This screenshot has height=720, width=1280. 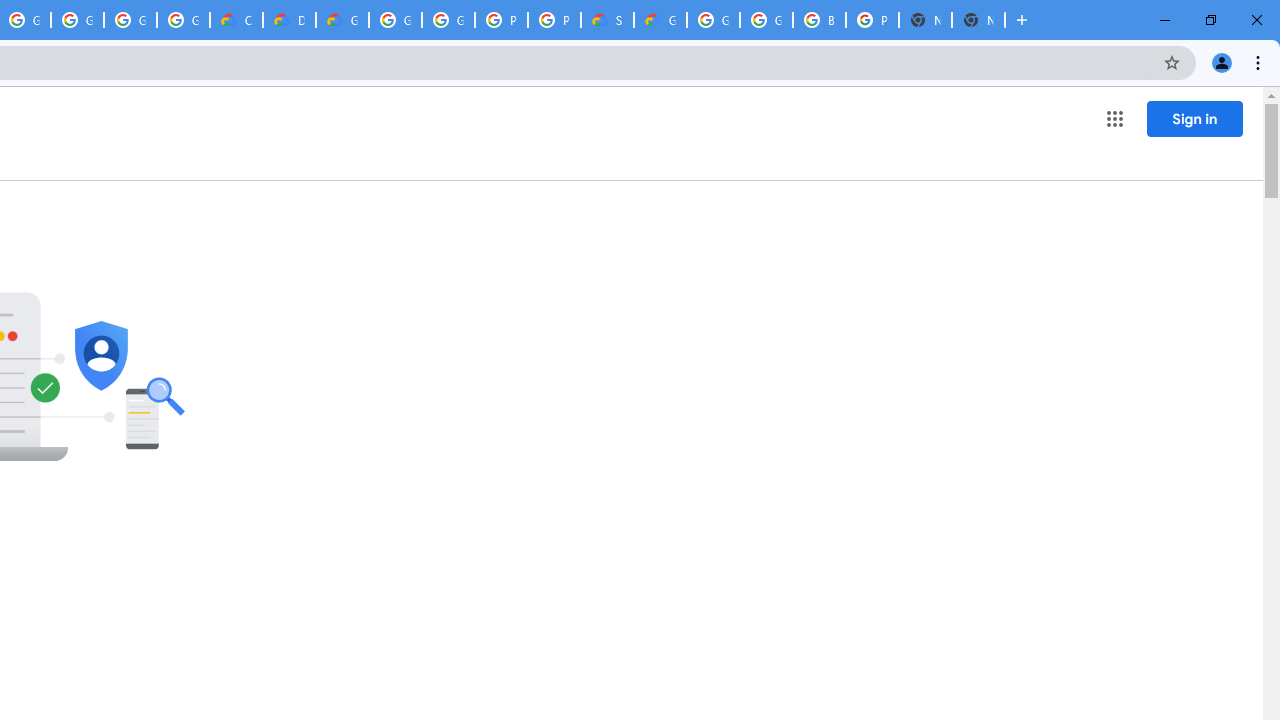 What do you see at coordinates (183, 20) in the screenshot?
I see `'Google Workspace - Specific Terms'` at bounding box center [183, 20].